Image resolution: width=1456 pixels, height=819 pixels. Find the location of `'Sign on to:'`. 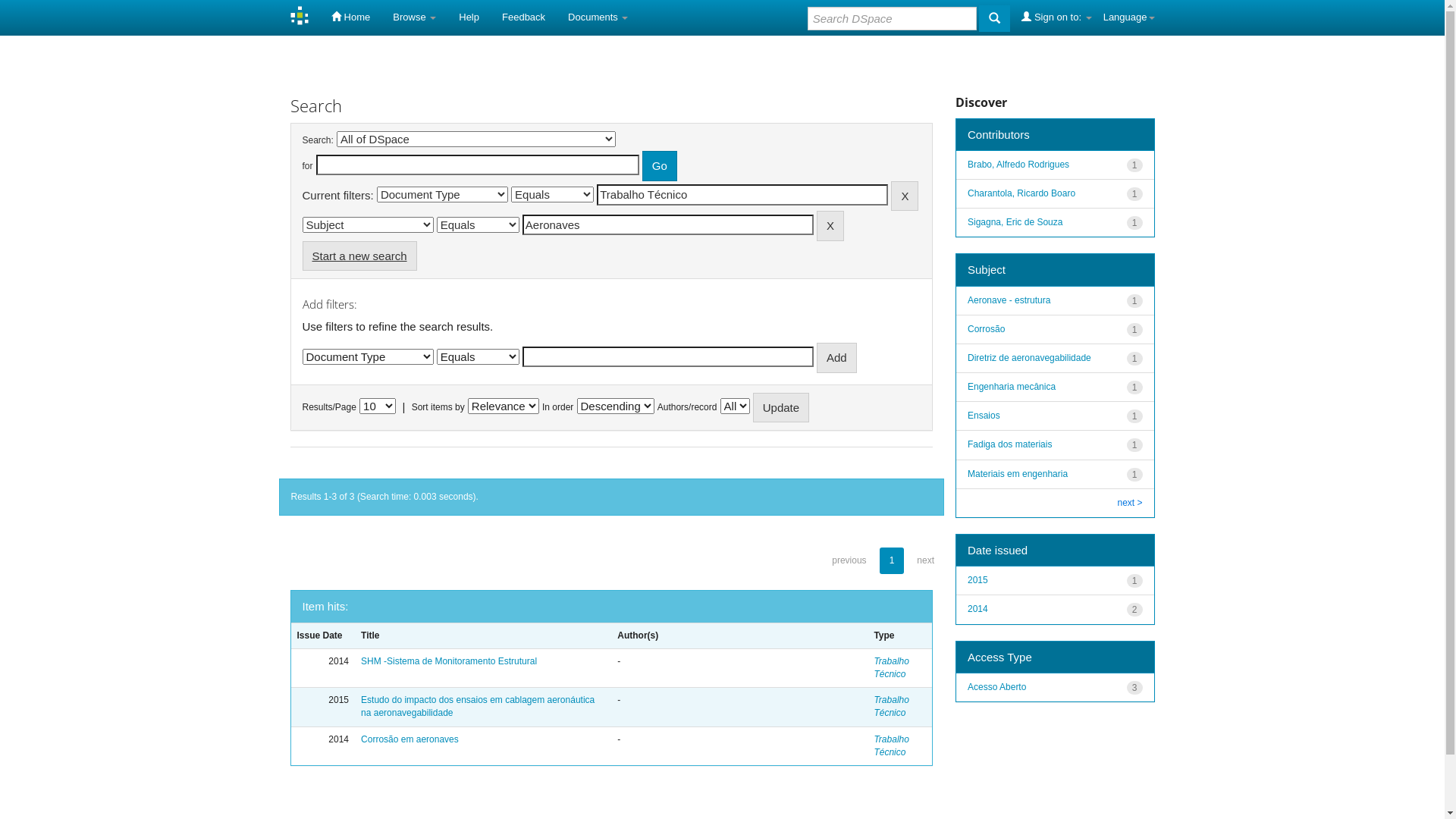

'Sign on to:' is located at coordinates (1055, 17).